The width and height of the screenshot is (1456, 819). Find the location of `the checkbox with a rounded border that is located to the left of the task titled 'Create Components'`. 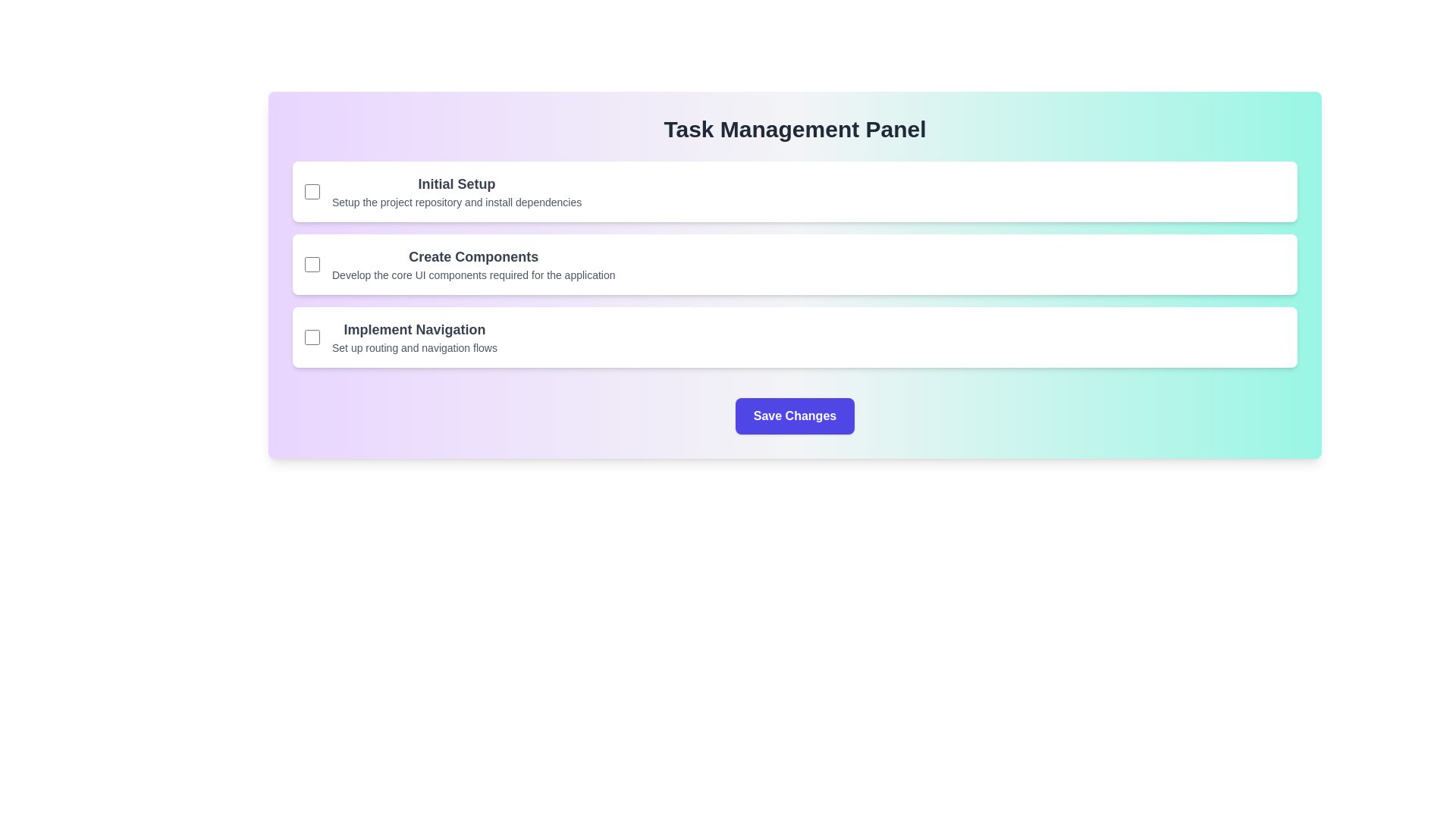

the checkbox with a rounded border that is located to the left of the task titled 'Create Components' is located at coordinates (312, 263).